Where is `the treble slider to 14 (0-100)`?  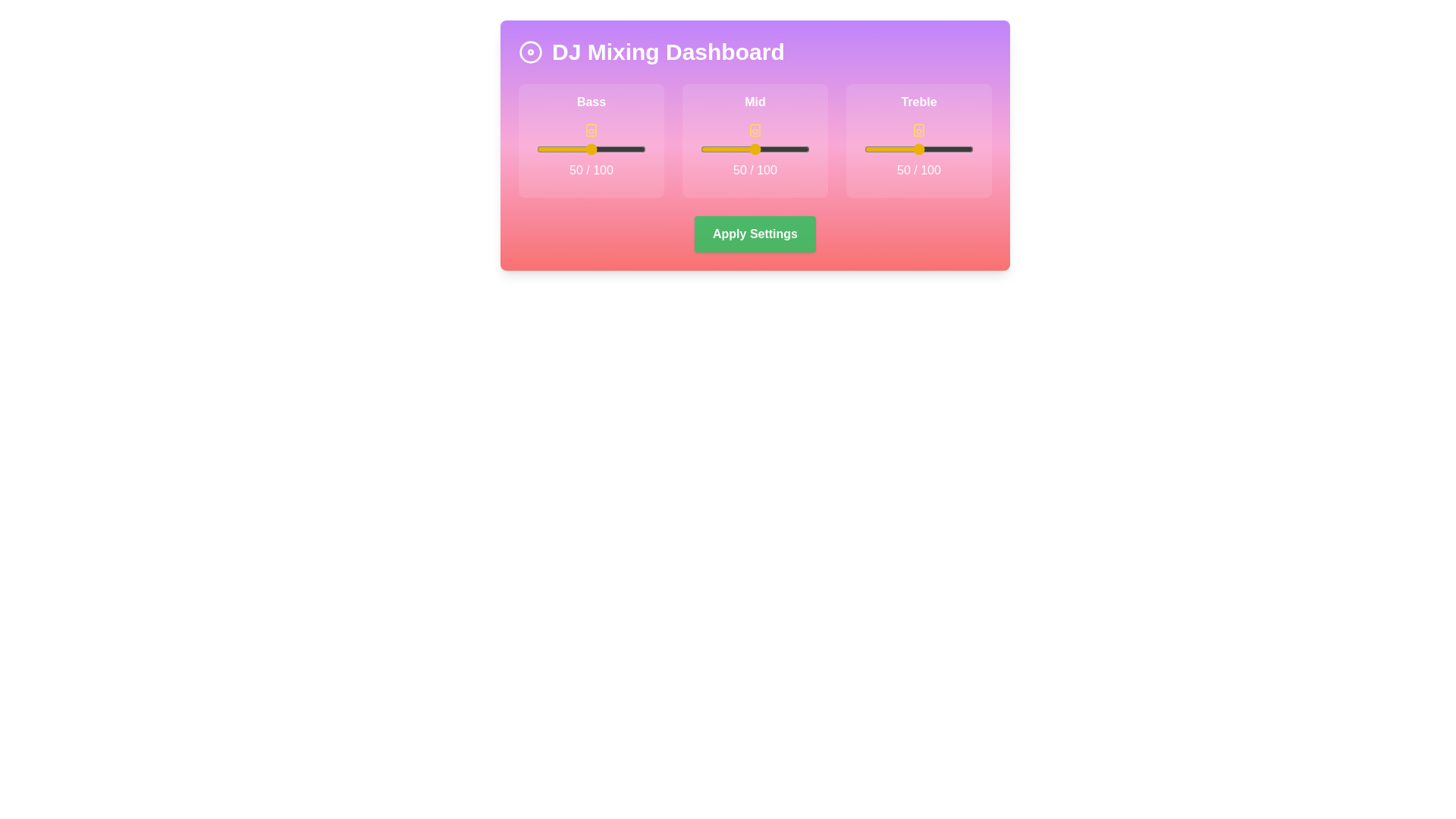
the treble slider to 14 (0-100) is located at coordinates (880, 149).